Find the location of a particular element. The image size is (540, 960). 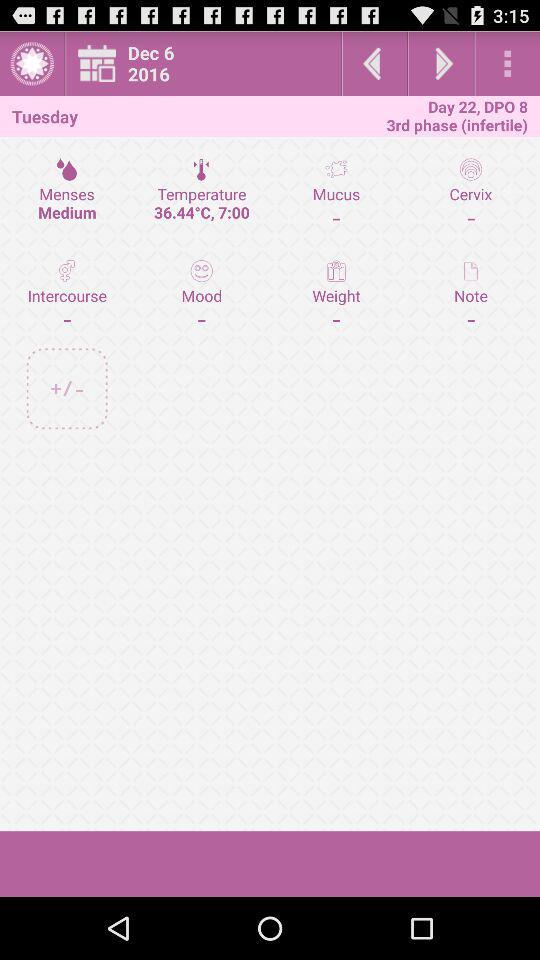

the item to the right of the mucus is located at coordinates (470, 293).